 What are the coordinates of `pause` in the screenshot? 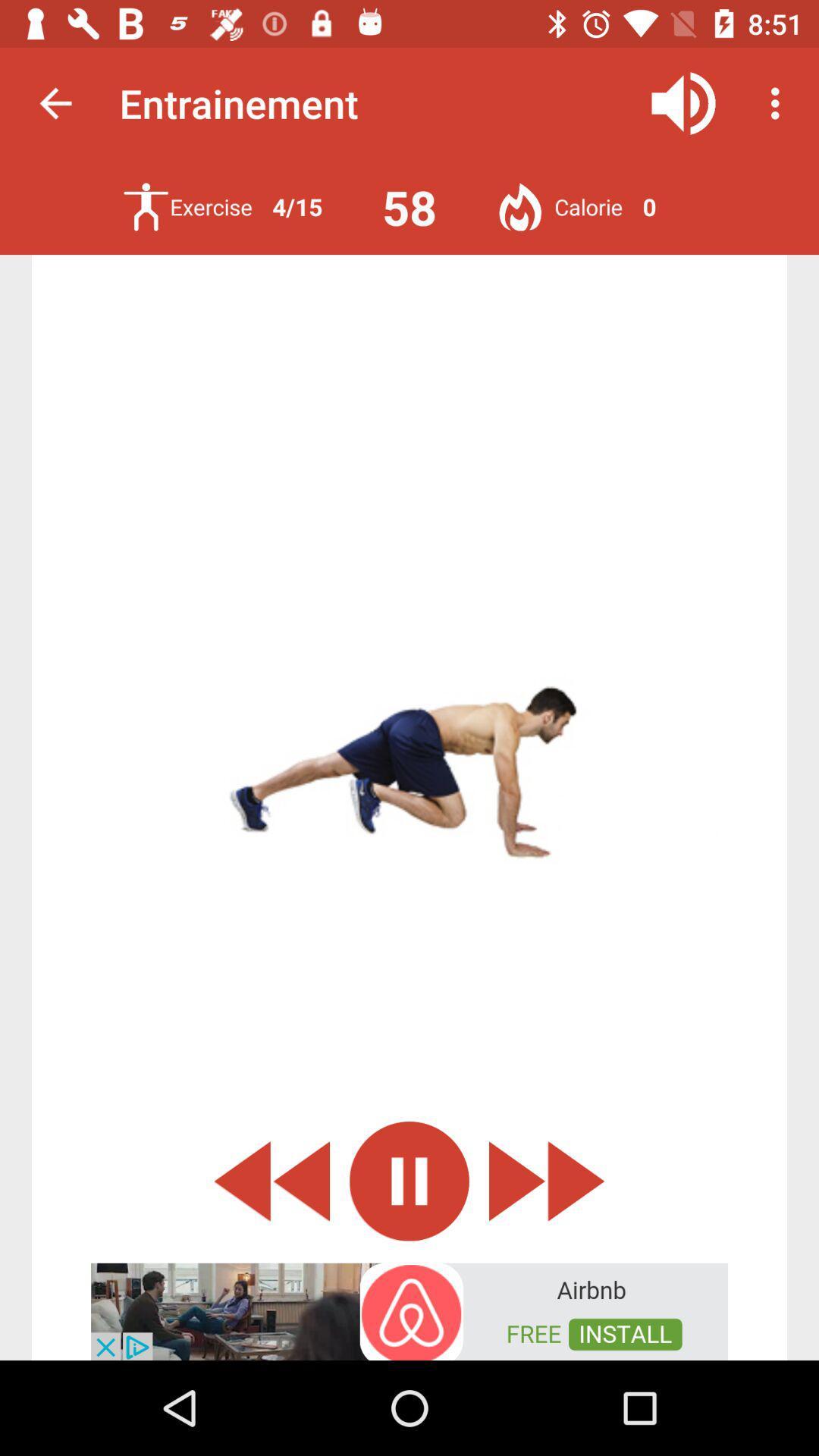 It's located at (409, 1180).